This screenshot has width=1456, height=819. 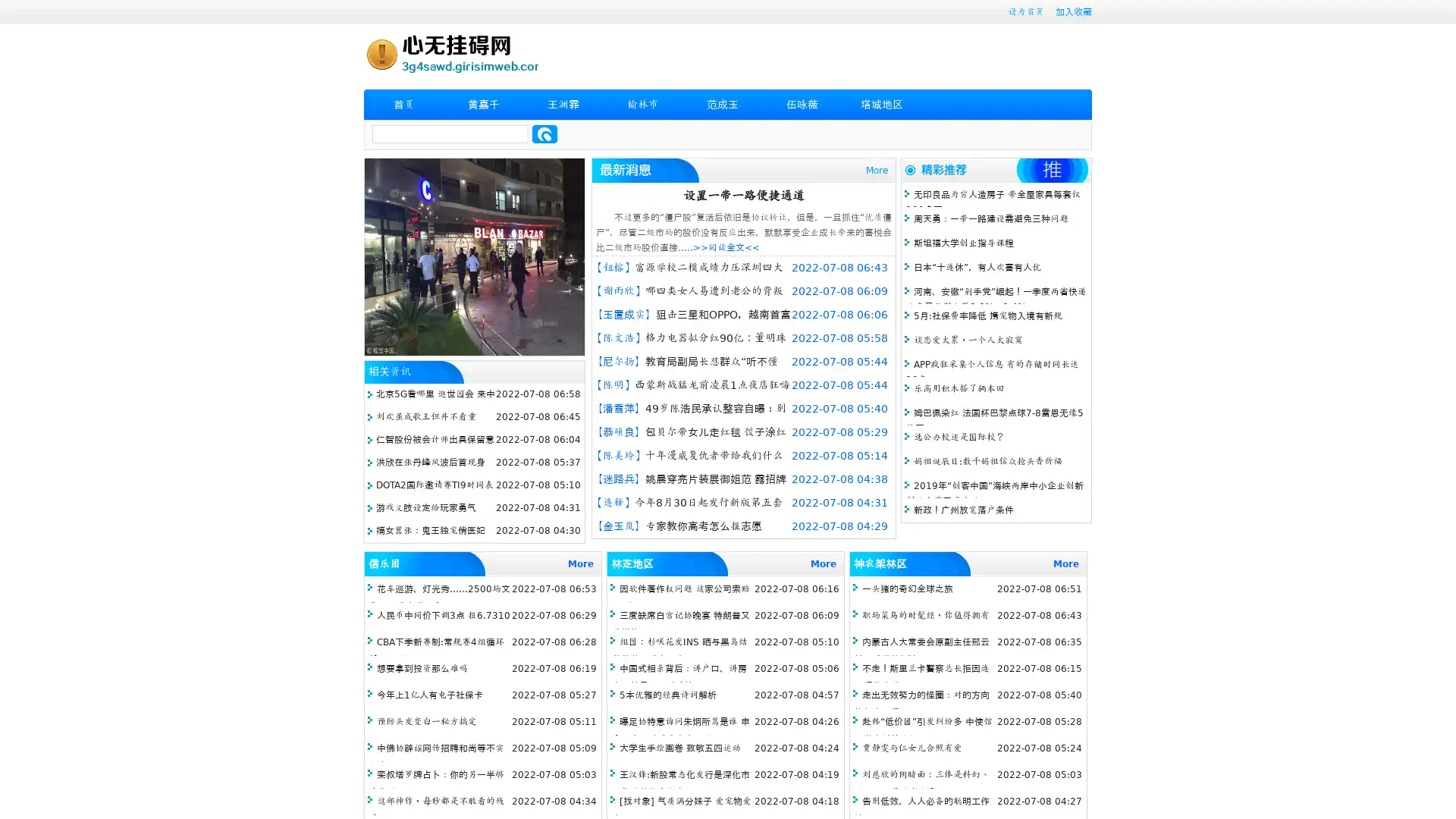 I want to click on Search, so click(x=544, y=133).